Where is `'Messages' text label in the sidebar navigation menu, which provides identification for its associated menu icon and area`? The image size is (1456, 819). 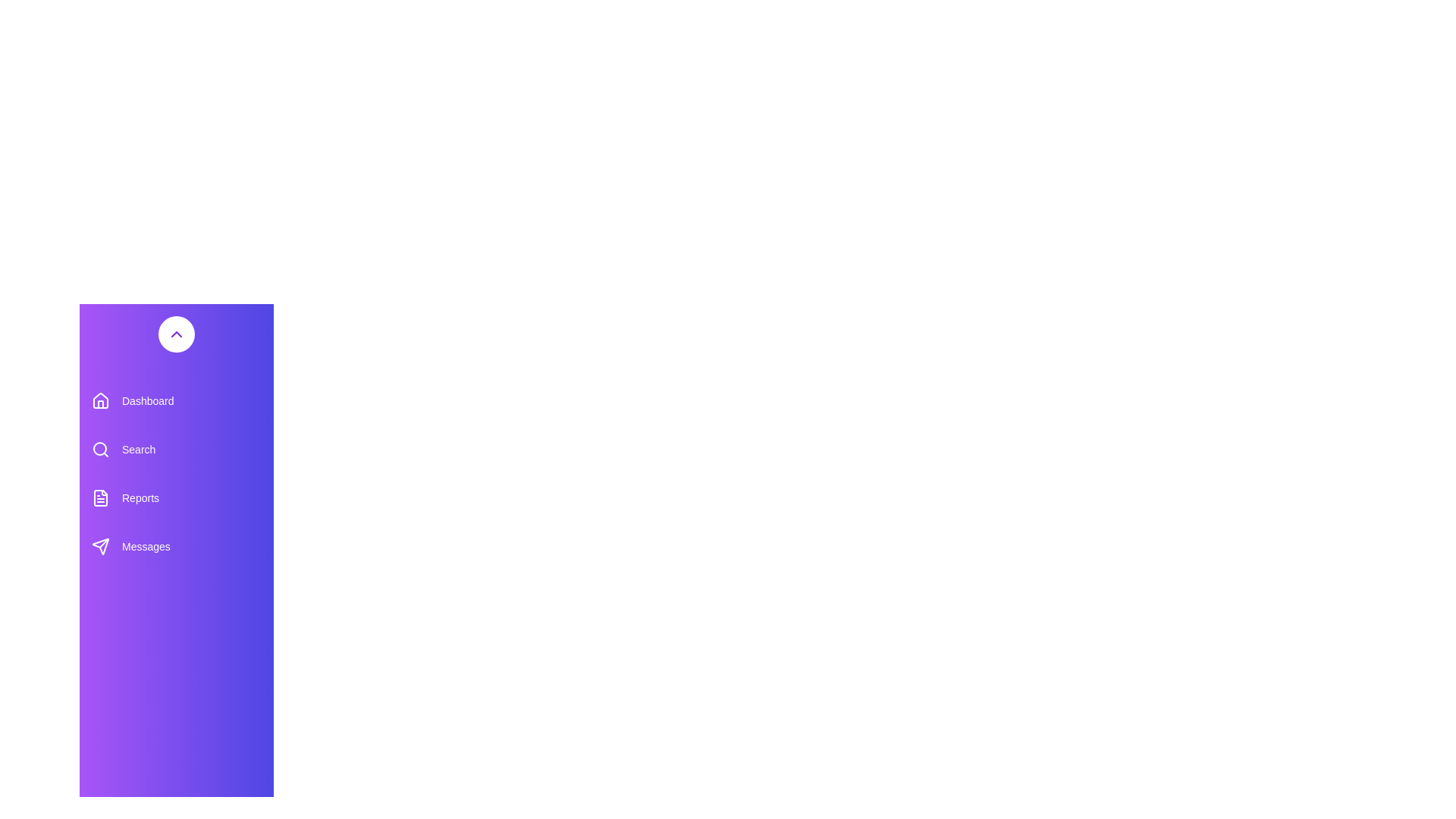
'Messages' text label in the sidebar navigation menu, which provides identification for its associated menu icon and area is located at coordinates (146, 547).